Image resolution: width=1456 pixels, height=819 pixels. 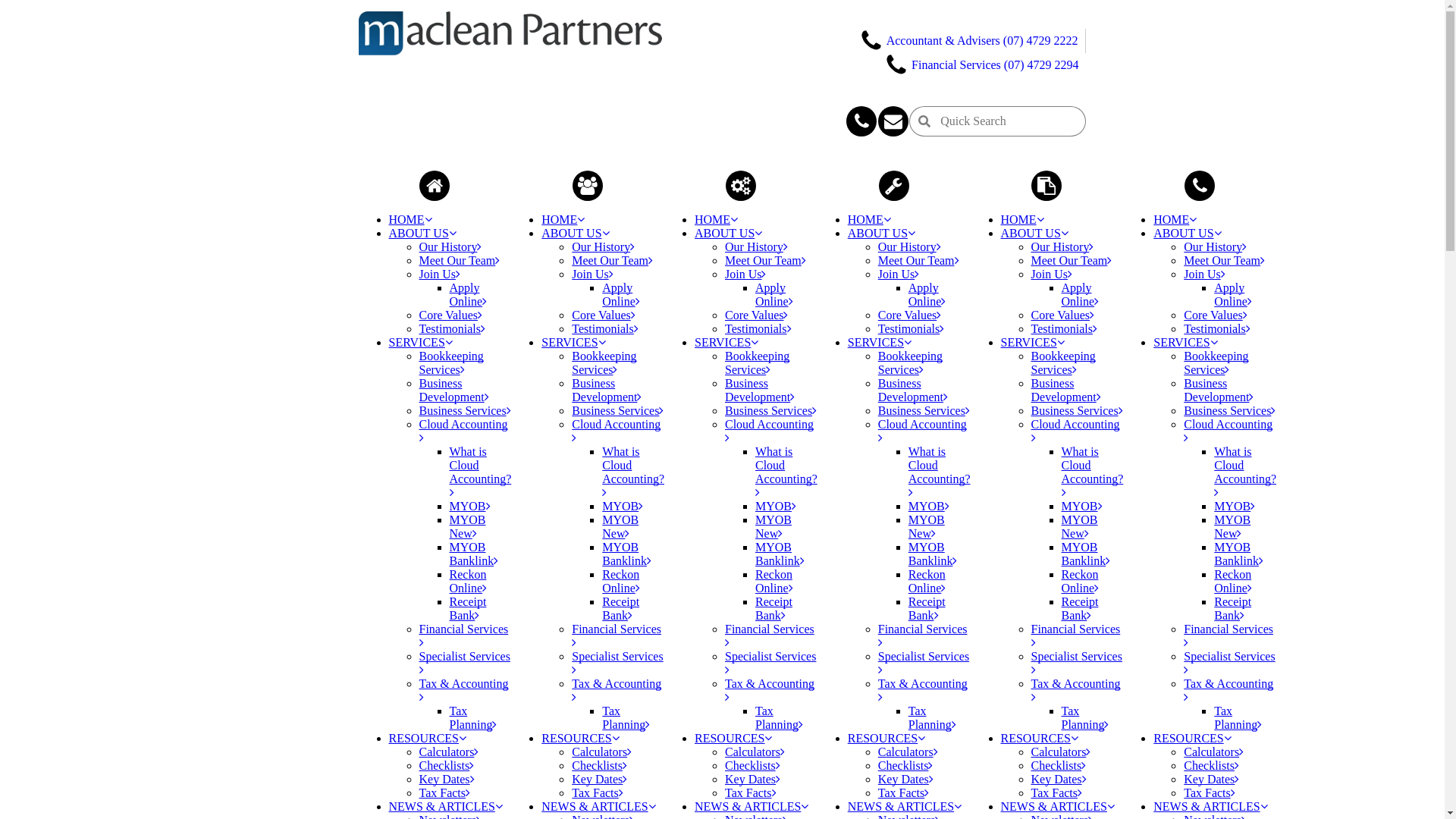 I want to click on 'Business Services', so click(x=617, y=410).